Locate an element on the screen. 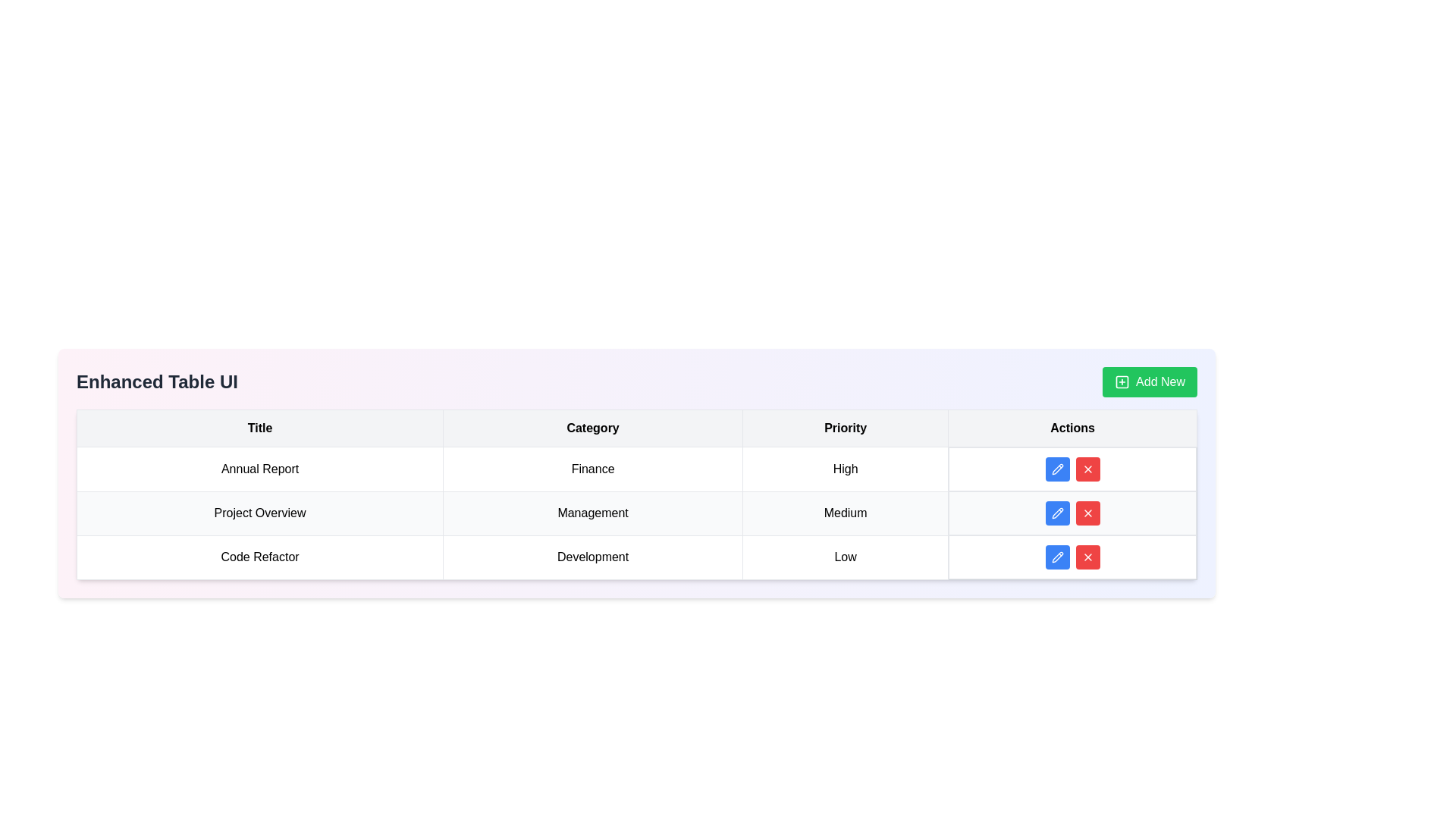 The height and width of the screenshot is (819, 1456). the red delete button with a cross icon located in the 'Actions' column of the last row of the table, adjacent to the blue pencil-shaped button is located at coordinates (1087, 557).